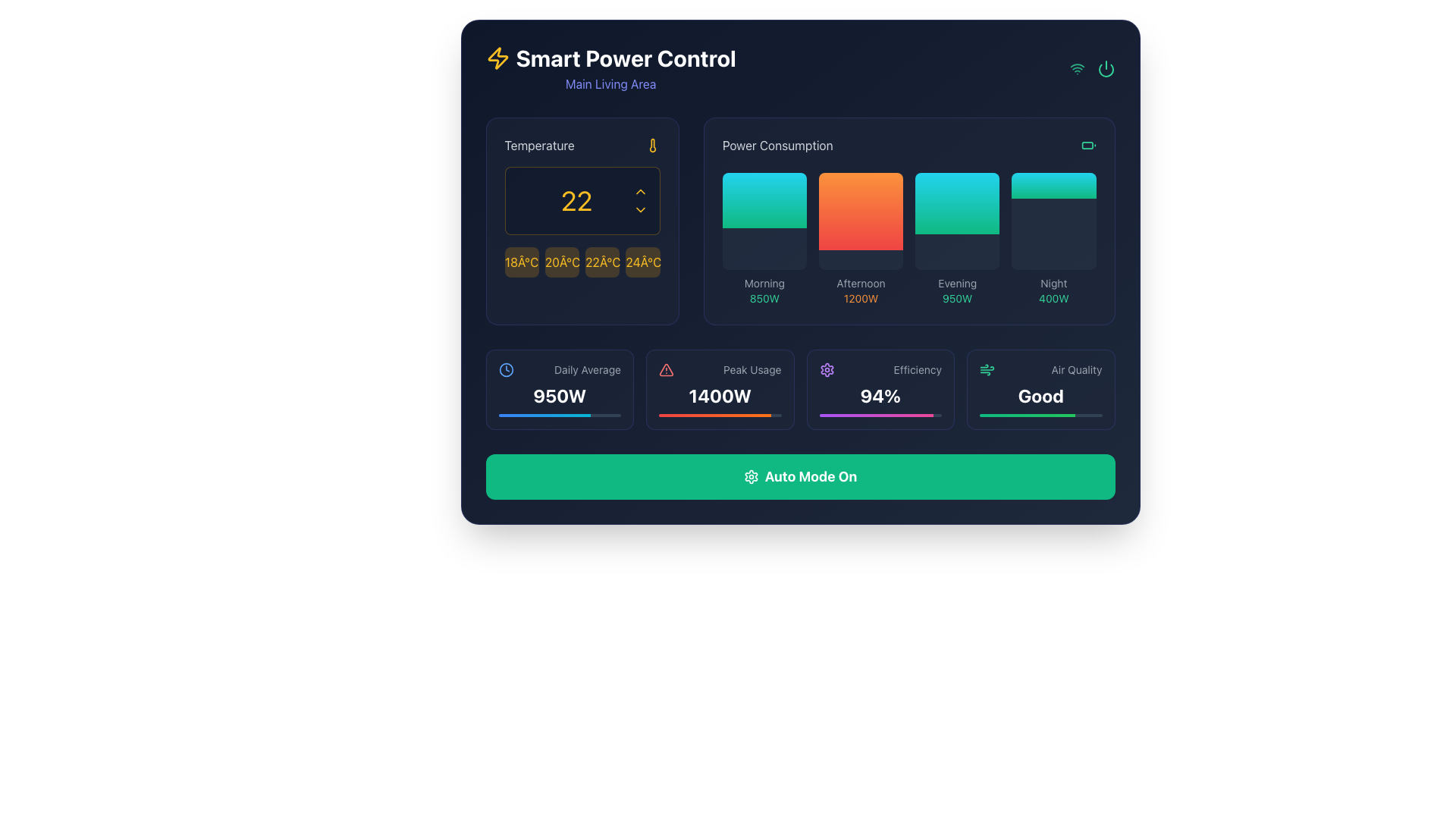 The width and height of the screenshot is (1456, 819). I want to click on the static text label 'Peak Usage' located at the bottom center of the interface, adjacent to an alert icon and above the value '1400W', so click(752, 370).